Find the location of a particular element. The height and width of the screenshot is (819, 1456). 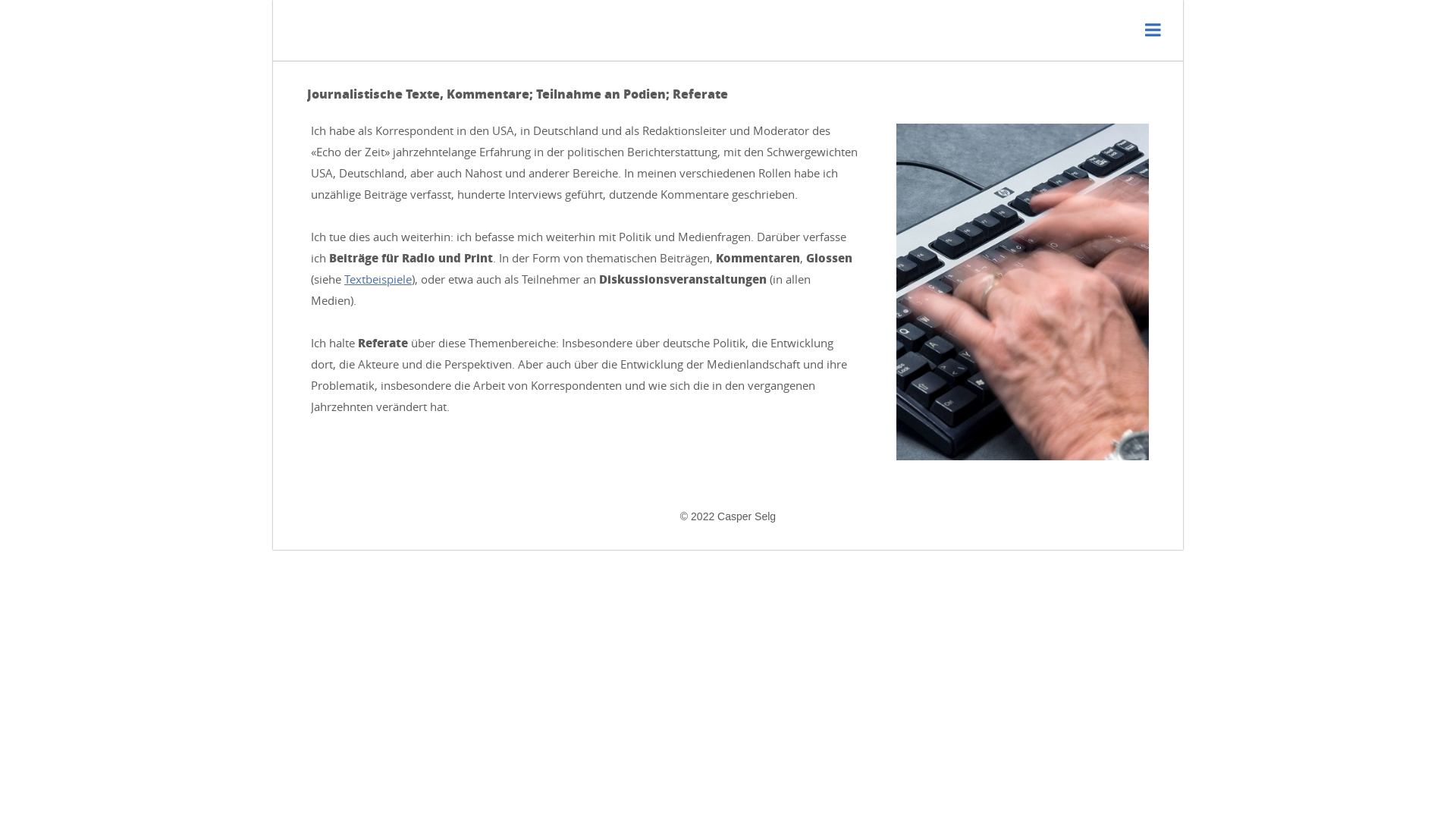

'Textbeispiele' is located at coordinates (344, 278).